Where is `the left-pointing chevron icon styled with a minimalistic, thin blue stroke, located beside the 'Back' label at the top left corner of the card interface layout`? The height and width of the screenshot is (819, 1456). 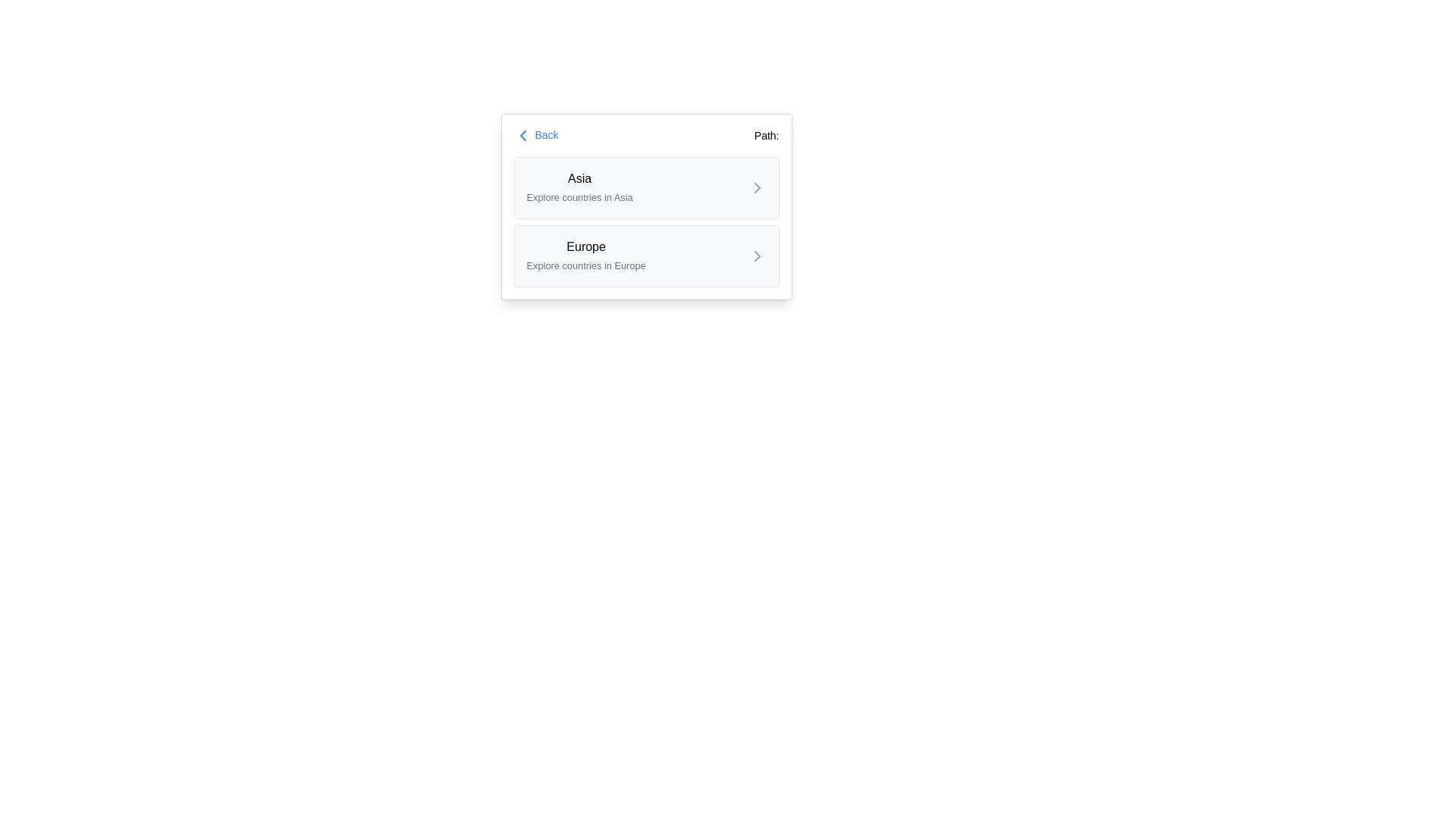 the left-pointing chevron icon styled with a minimalistic, thin blue stroke, located beside the 'Back' label at the top left corner of the card interface layout is located at coordinates (522, 134).